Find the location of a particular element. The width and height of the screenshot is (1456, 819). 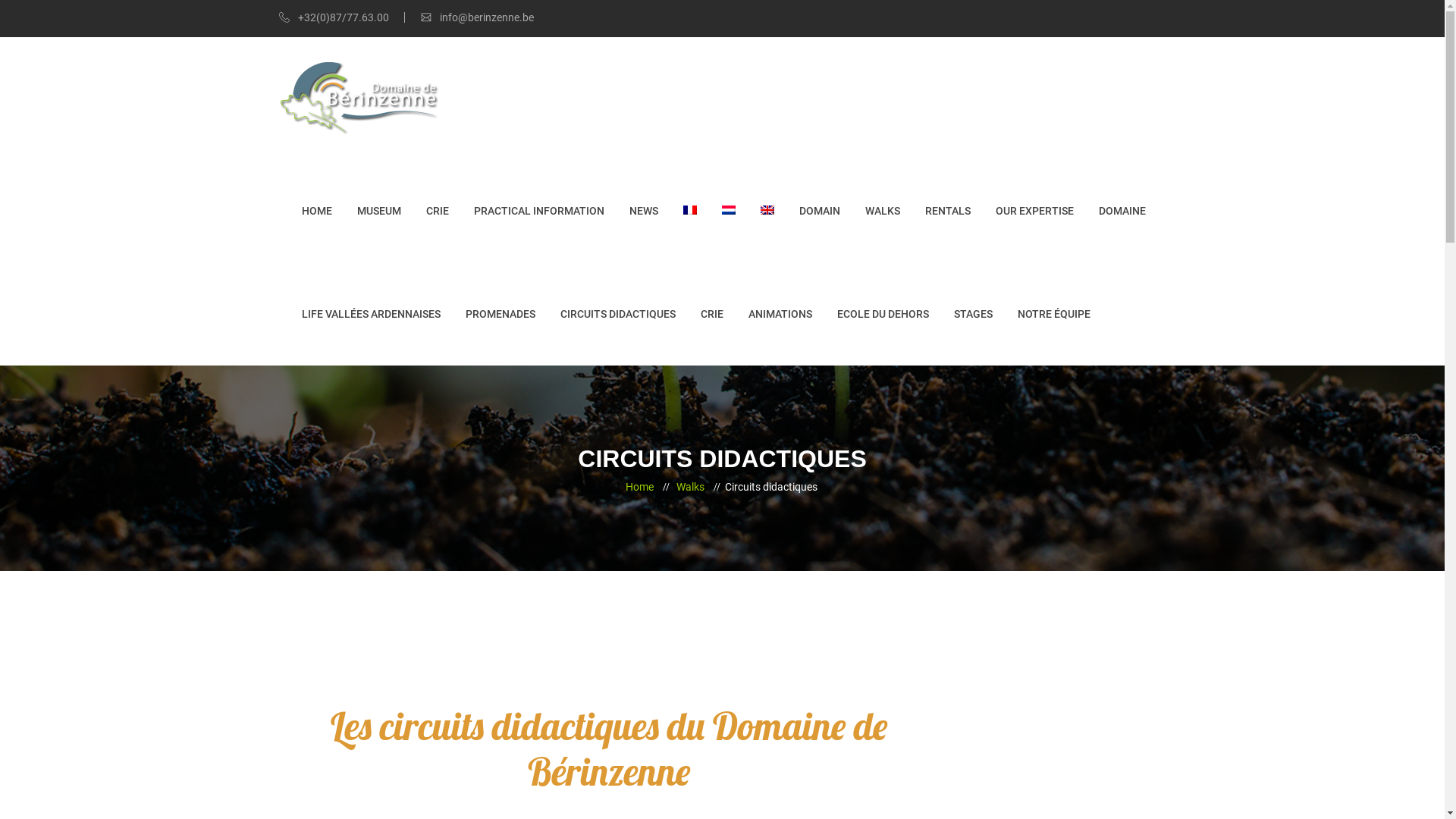

'DOMAINE' is located at coordinates (1121, 210).